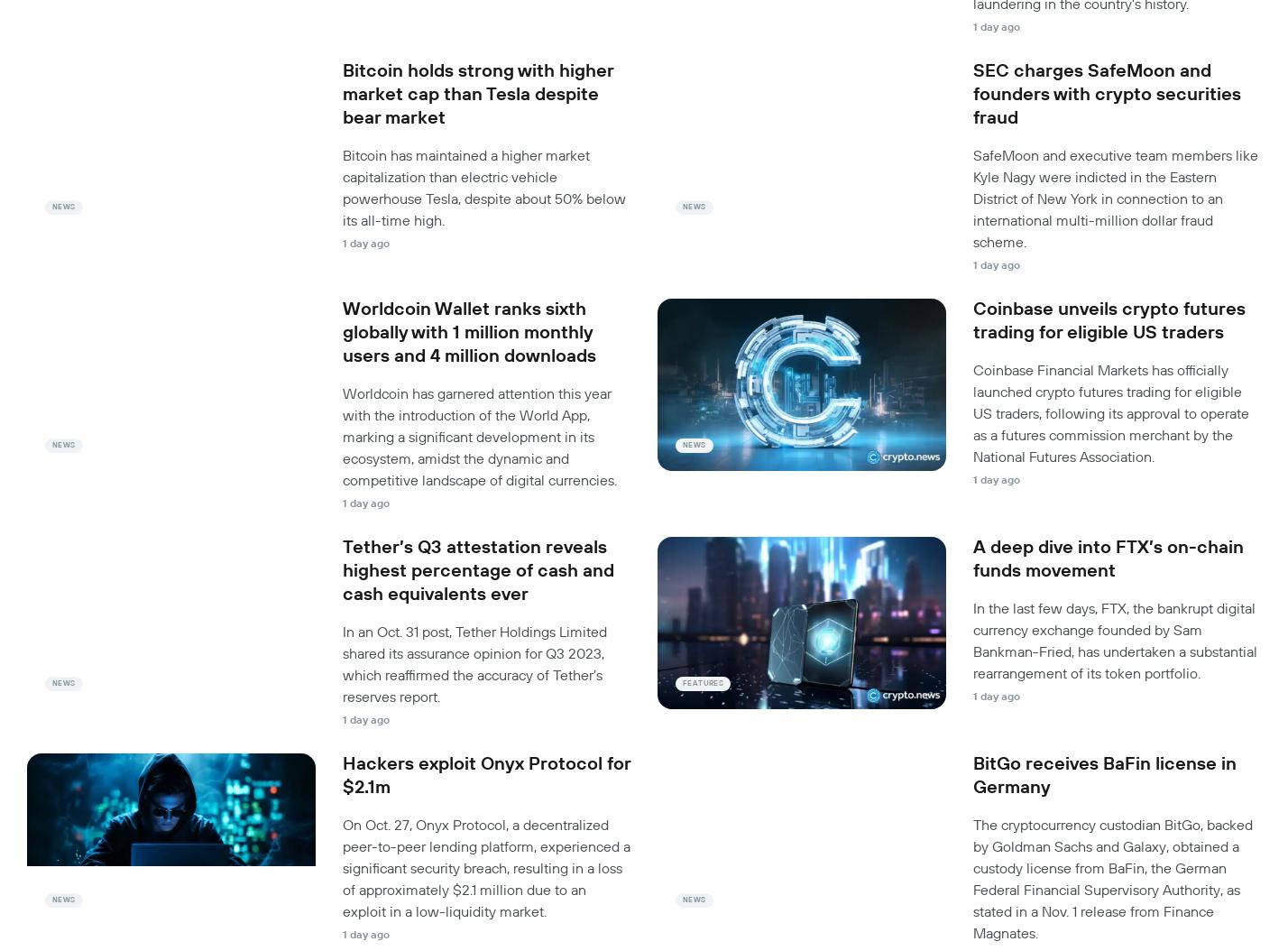  I want to click on 'SafeMoon and executive team members like Kyle Nagy were indicted in the Eastern District of New York in connection to an international multi-million dollar fraud scheme.', so click(1115, 198).